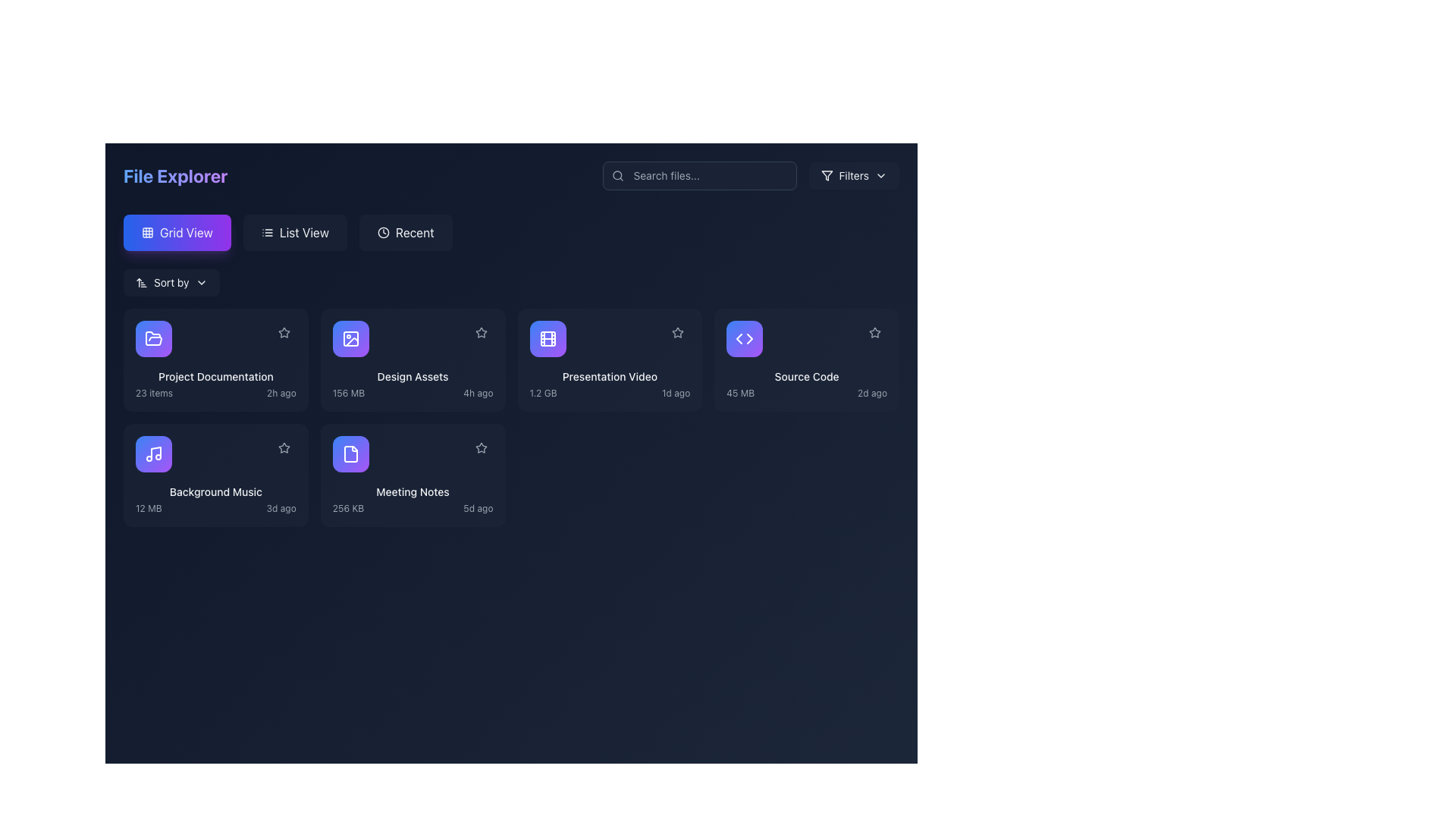 Image resolution: width=1456 pixels, height=819 pixels. I want to click on the outlined star-shaped button in the top-right corner of the 'Presentation Video' card to mark it as favorite, so click(677, 331).